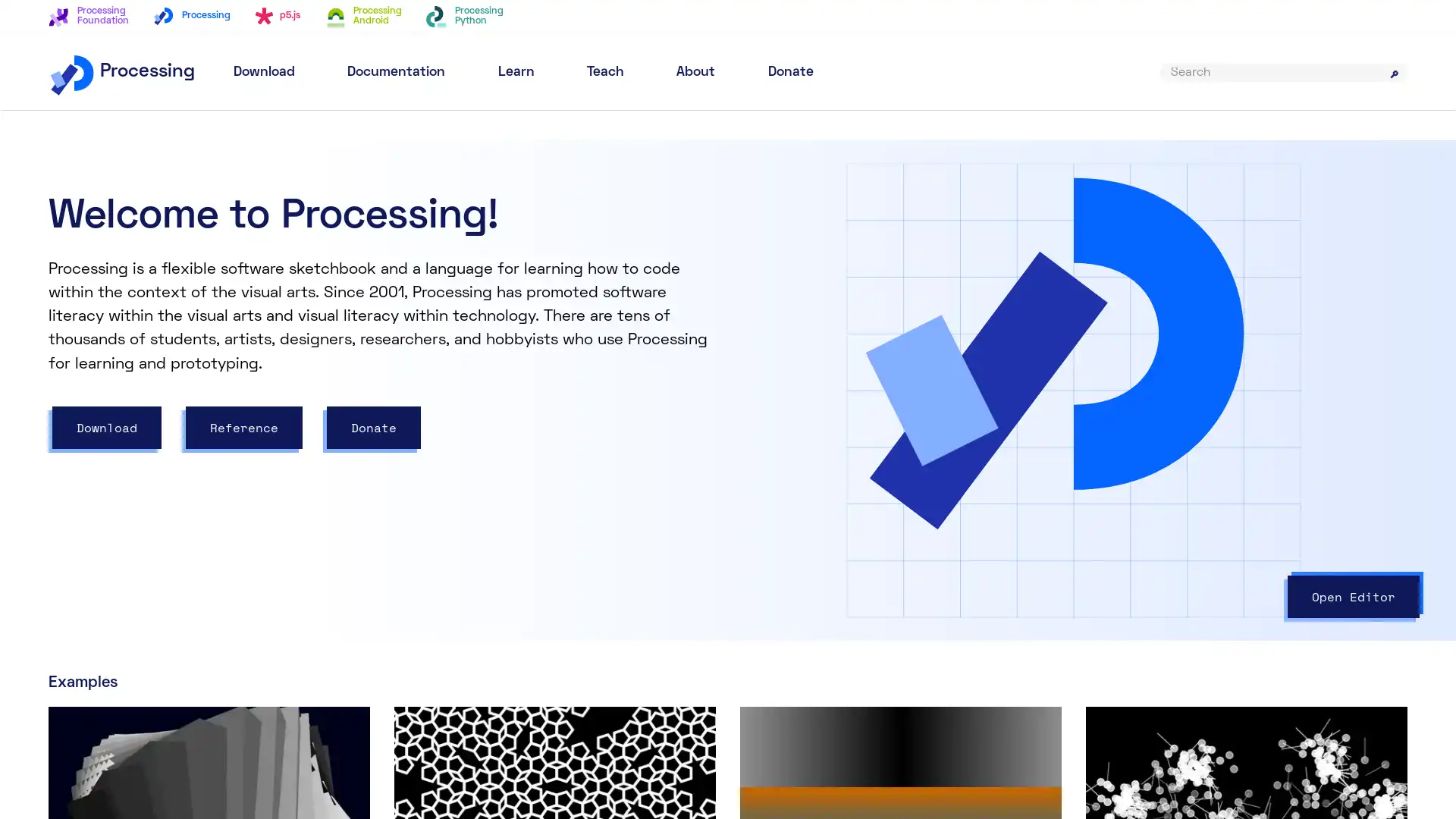 The height and width of the screenshot is (819, 1456). What do you see at coordinates (808, 519) in the screenshot?
I see `change position` at bounding box center [808, 519].